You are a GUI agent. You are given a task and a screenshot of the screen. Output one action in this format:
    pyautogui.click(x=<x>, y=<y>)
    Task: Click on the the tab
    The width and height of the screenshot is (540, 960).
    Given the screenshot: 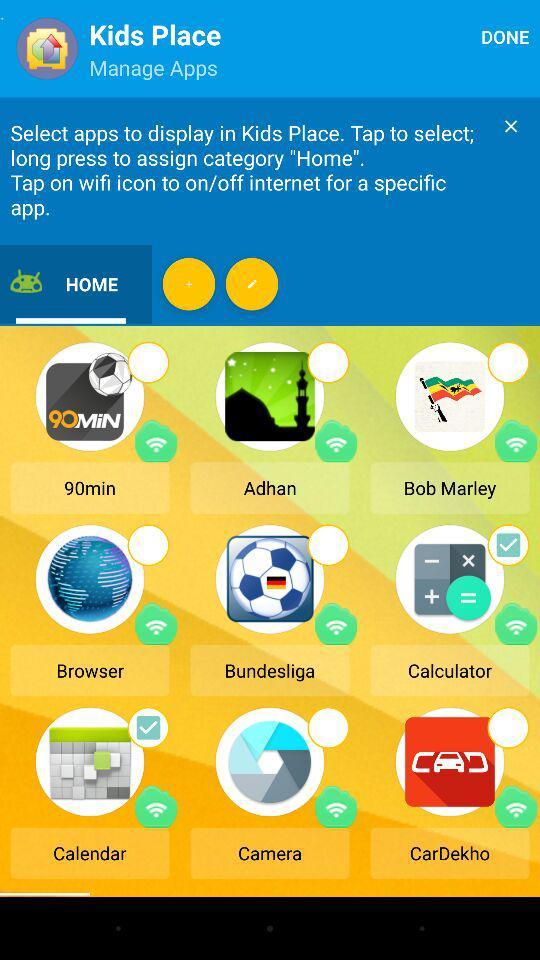 What is the action you would take?
    pyautogui.click(x=511, y=125)
    